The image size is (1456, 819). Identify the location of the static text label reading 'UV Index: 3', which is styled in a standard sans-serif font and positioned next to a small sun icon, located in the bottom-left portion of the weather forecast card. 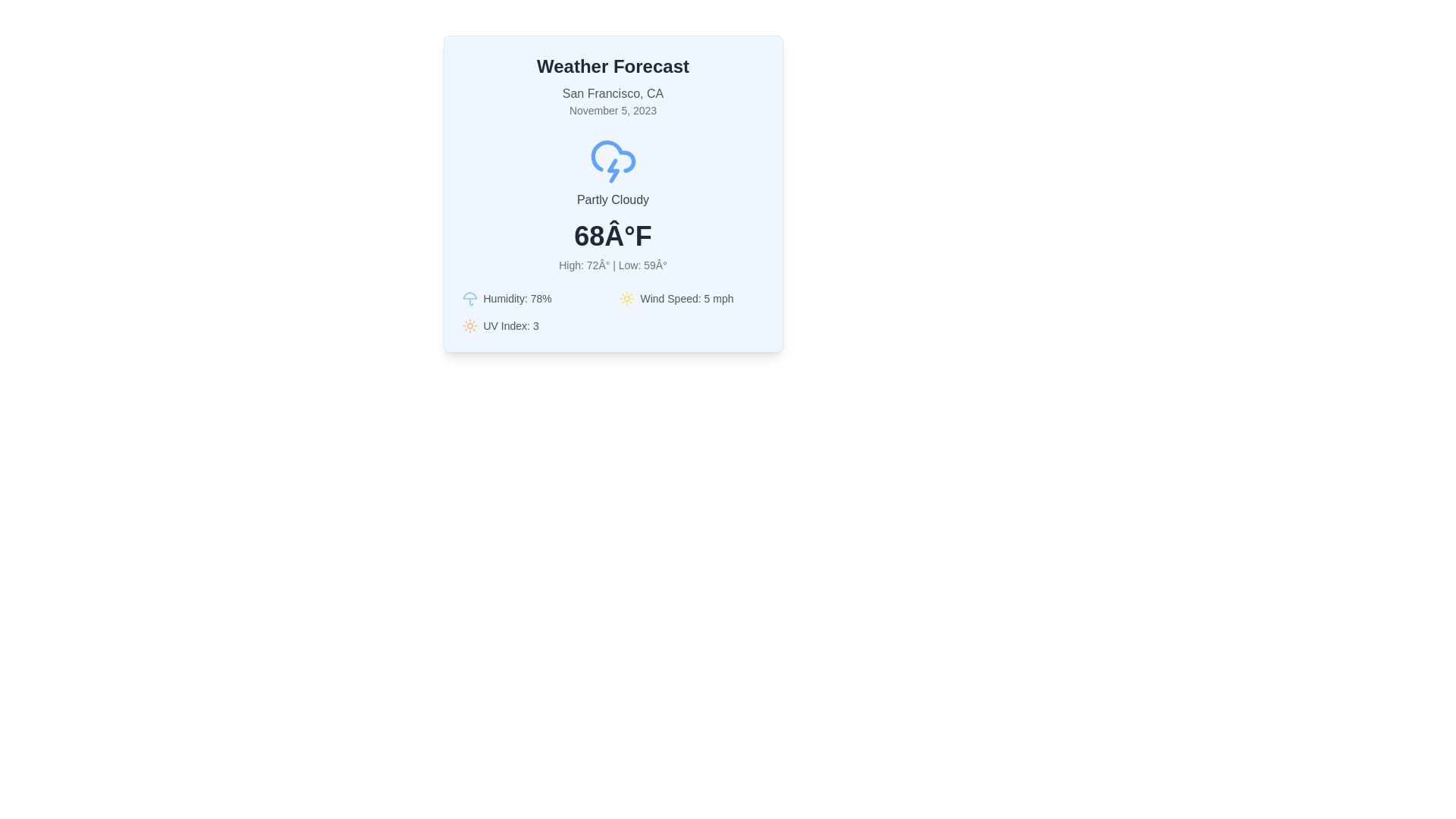
(511, 325).